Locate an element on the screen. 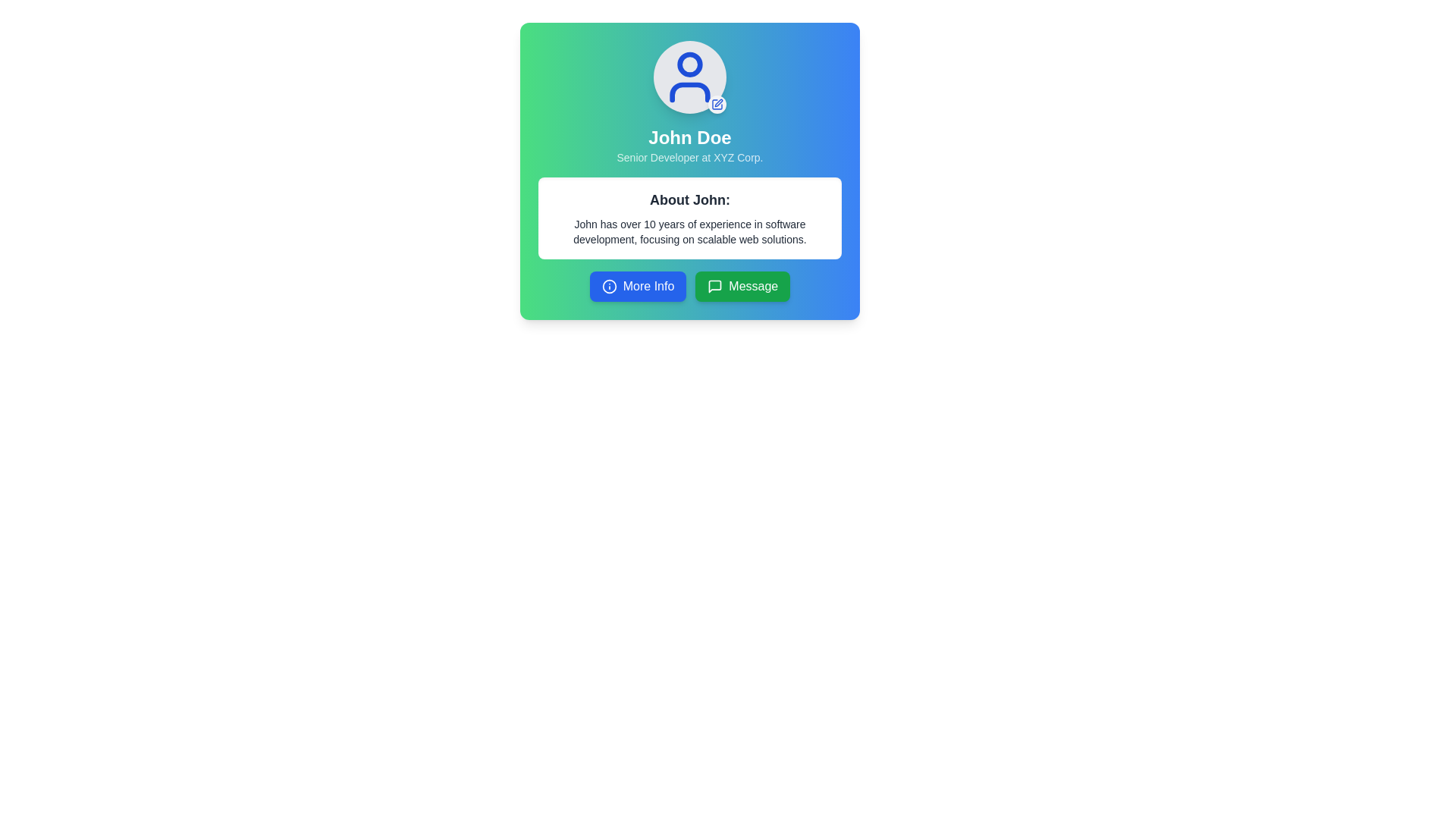  the bold text label 'About John:' which is styled with a modern sans-serif font and displayed in black, located at the top of the white, rounded, shadowed content card is located at coordinates (689, 199).